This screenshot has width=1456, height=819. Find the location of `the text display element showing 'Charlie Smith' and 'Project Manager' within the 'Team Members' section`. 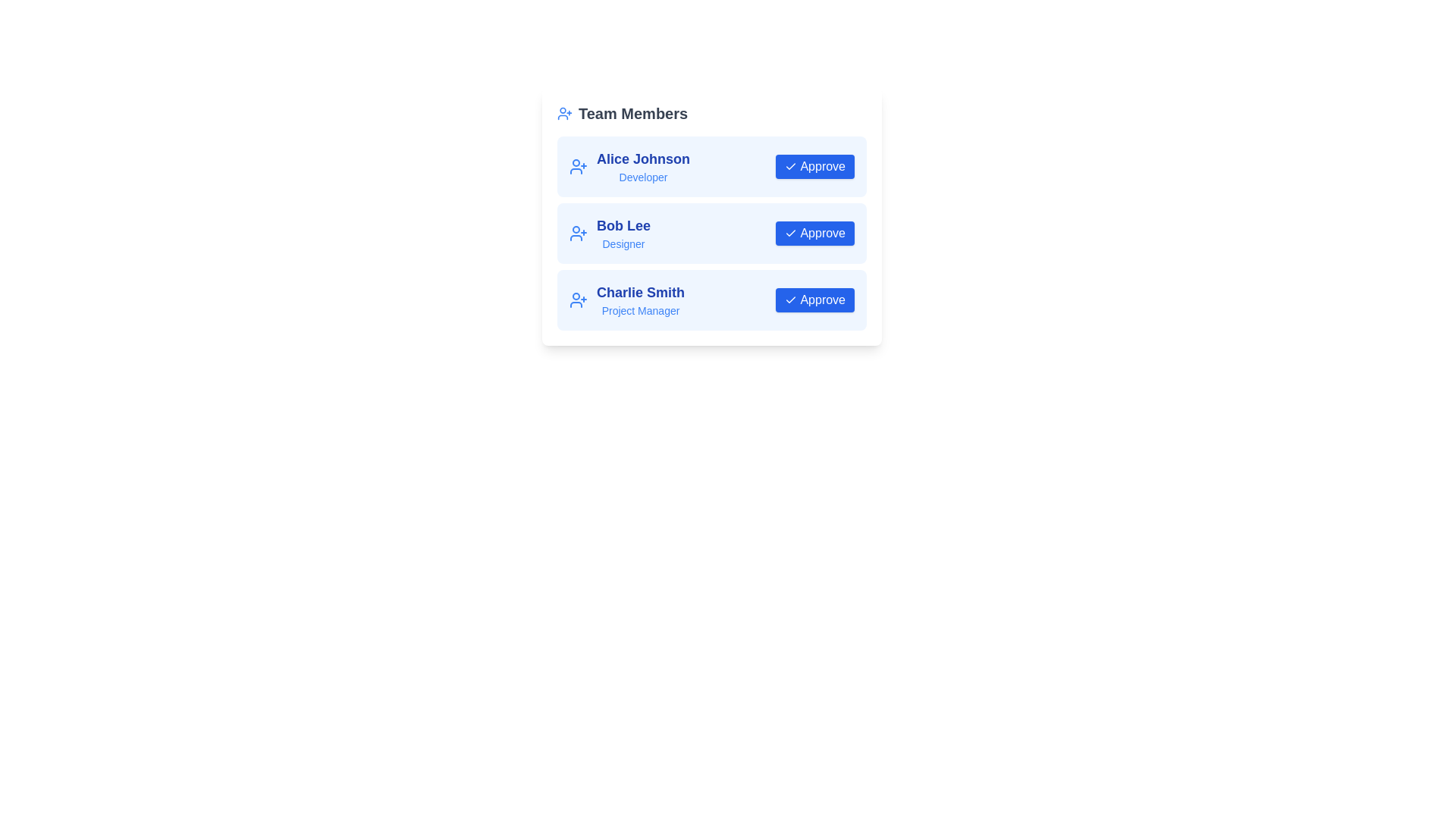

the text display element showing 'Charlie Smith' and 'Project Manager' within the 'Team Members' section is located at coordinates (640, 300).